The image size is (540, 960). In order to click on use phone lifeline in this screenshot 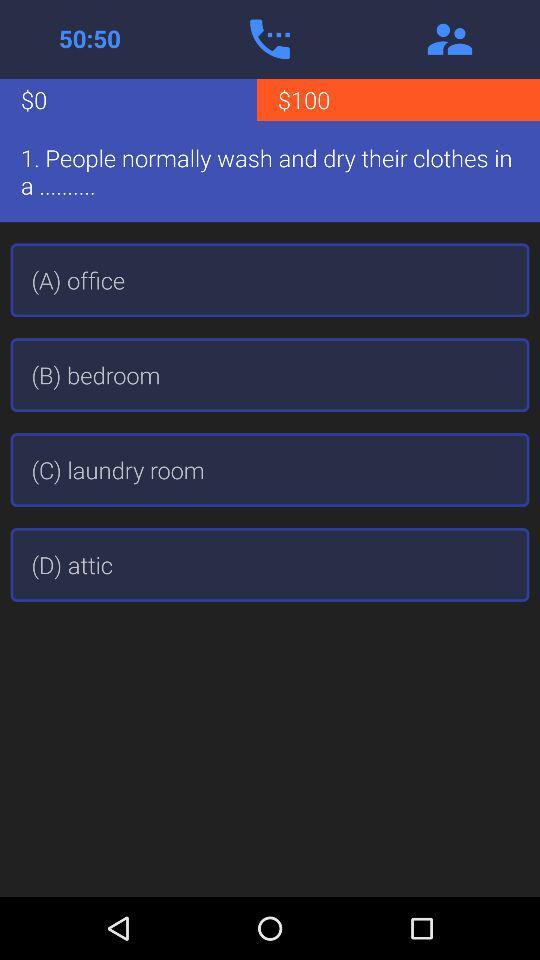, I will do `click(270, 38)`.